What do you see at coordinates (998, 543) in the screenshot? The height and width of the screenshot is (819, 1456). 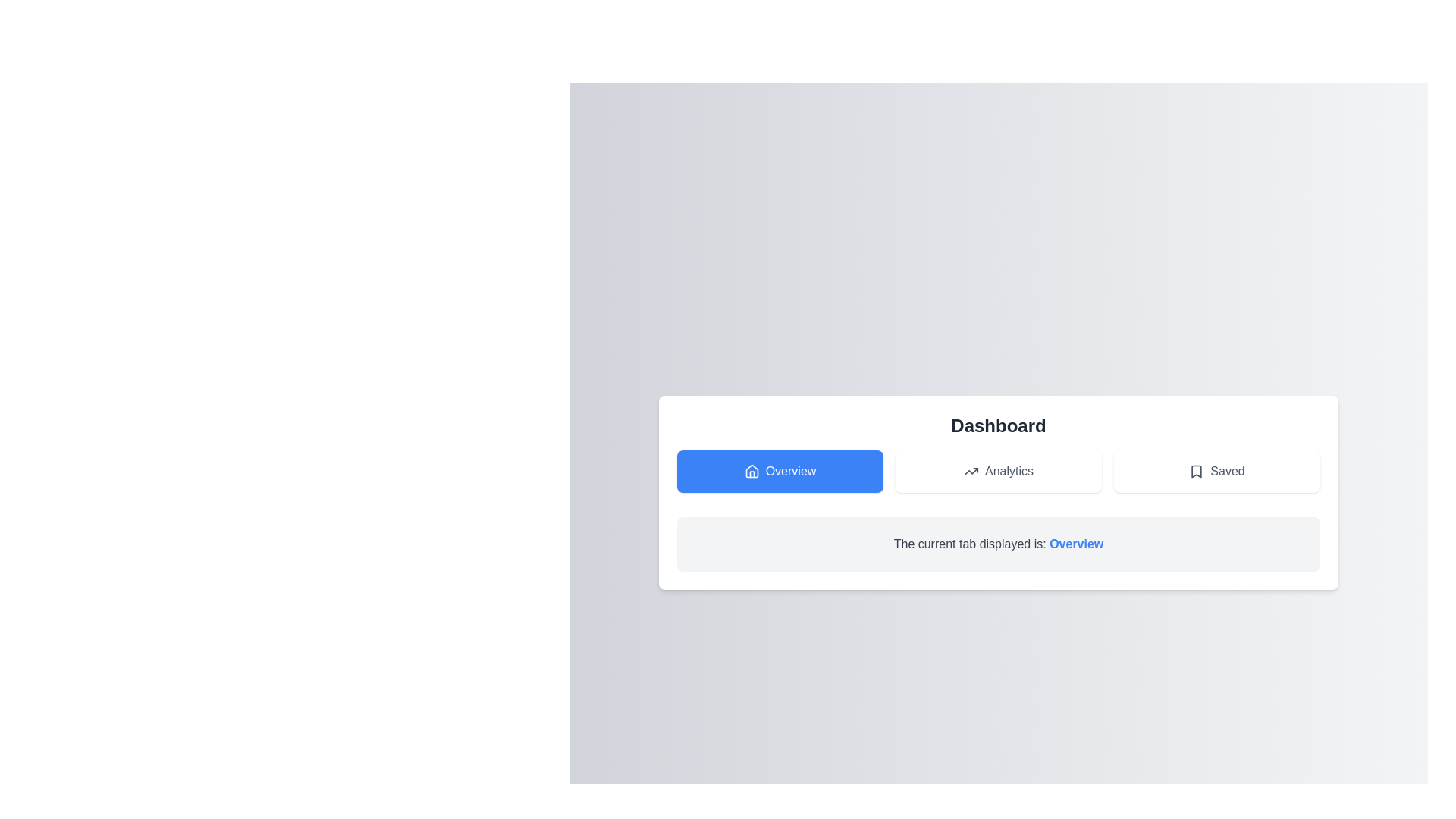 I see `the informative text displaying 'The current tab displayed is: Overview', which is centrally positioned below the tab navigation area and highlighted with 'Overview' in blue and bold` at bounding box center [998, 543].